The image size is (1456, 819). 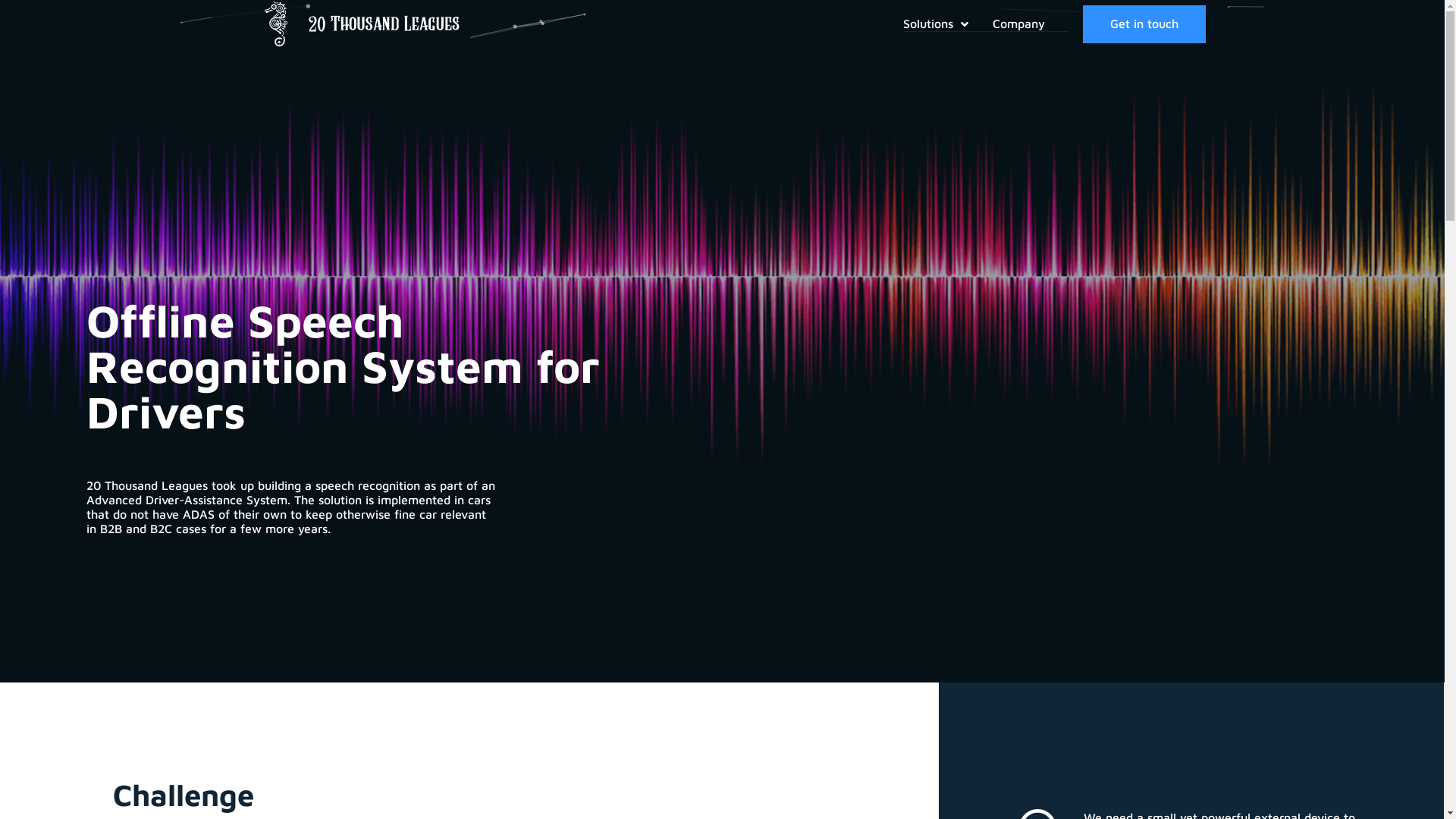 What do you see at coordinates (993, 24) in the screenshot?
I see `'Company'` at bounding box center [993, 24].